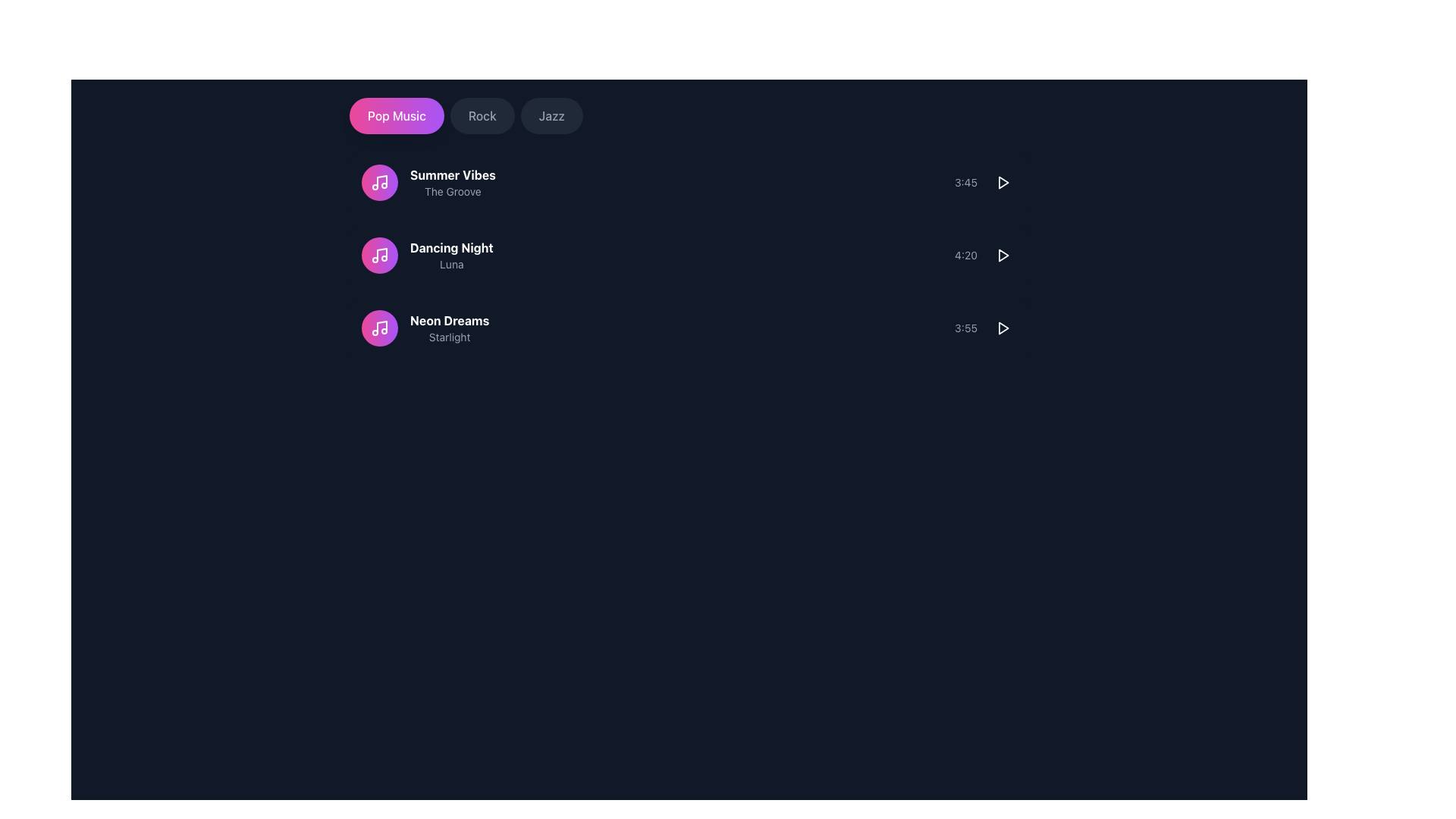 This screenshot has width=1456, height=819. What do you see at coordinates (482, 115) in the screenshot?
I see `the 'Rock' button, which is a rounded rectangular button with a dark gray background and light gray text, to change its background color` at bounding box center [482, 115].